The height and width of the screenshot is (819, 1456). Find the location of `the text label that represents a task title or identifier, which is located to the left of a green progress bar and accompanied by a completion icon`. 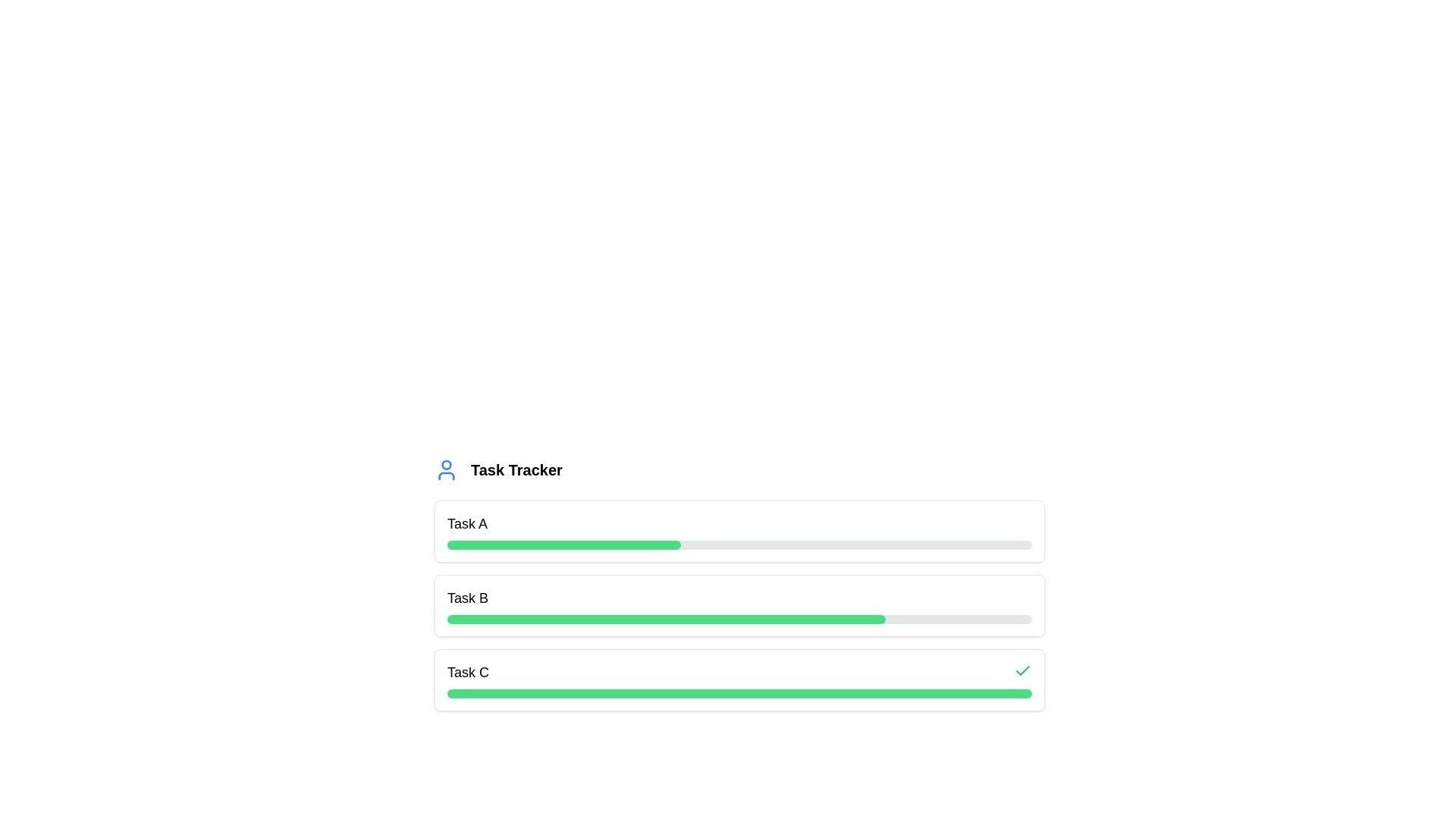

the text label that represents a task title or identifier, which is located to the left of a green progress bar and accompanied by a completion icon is located at coordinates (467, 672).